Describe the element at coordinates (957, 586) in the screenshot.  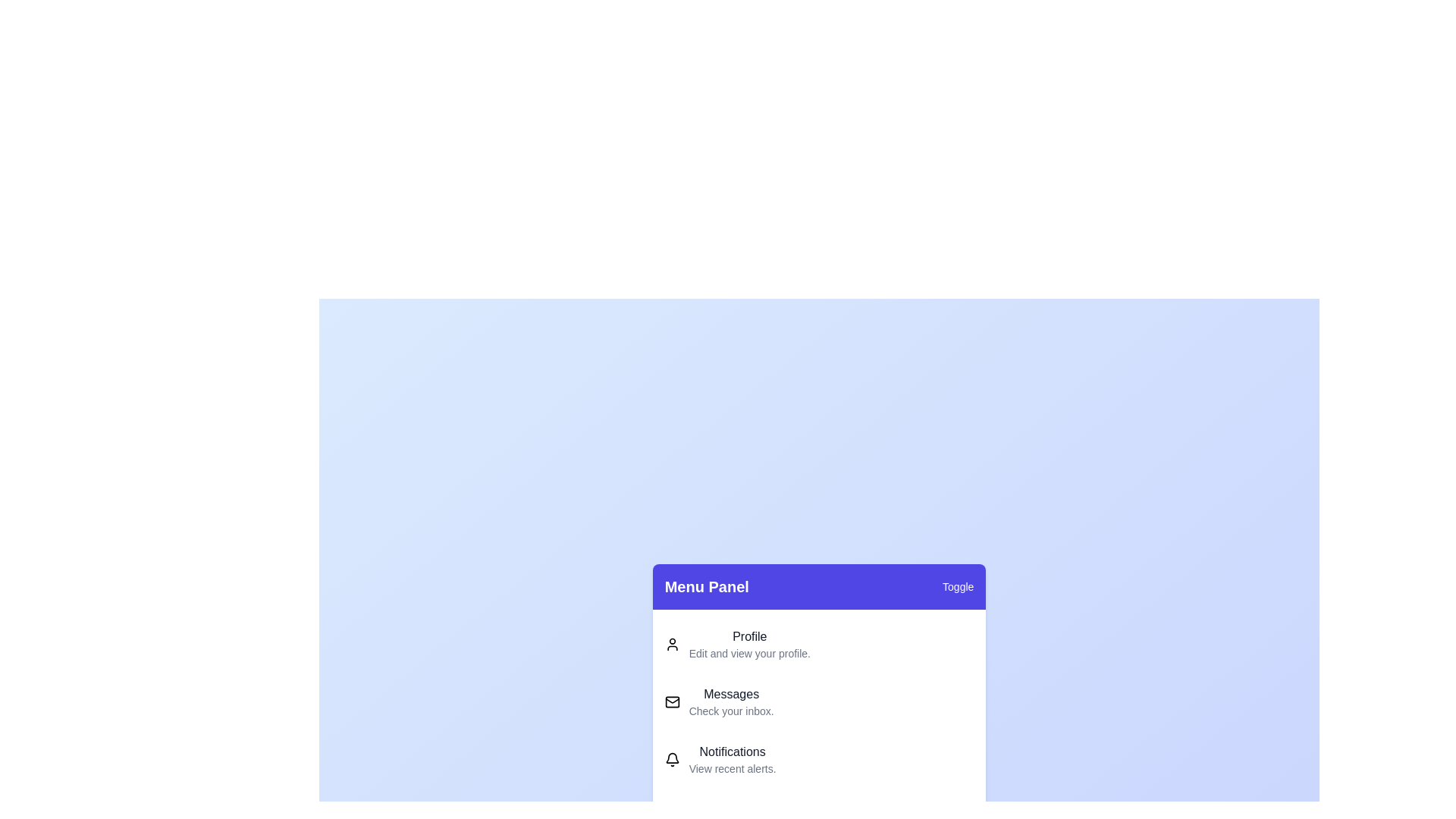
I see `'Toggle' button to change the menu visibility` at that location.